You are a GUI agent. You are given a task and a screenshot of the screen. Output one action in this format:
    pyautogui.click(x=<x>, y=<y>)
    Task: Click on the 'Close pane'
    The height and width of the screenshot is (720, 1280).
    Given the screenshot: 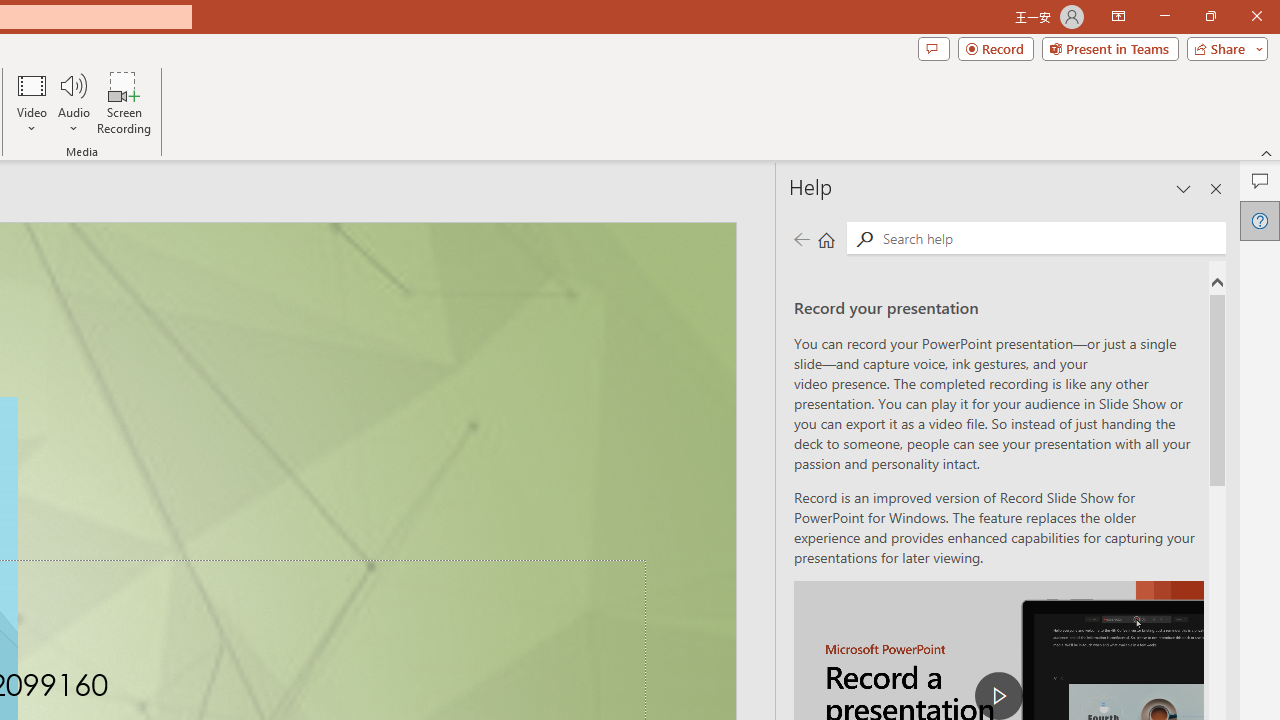 What is the action you would take?
    pyautogui.click(x=1215, y=189)
    